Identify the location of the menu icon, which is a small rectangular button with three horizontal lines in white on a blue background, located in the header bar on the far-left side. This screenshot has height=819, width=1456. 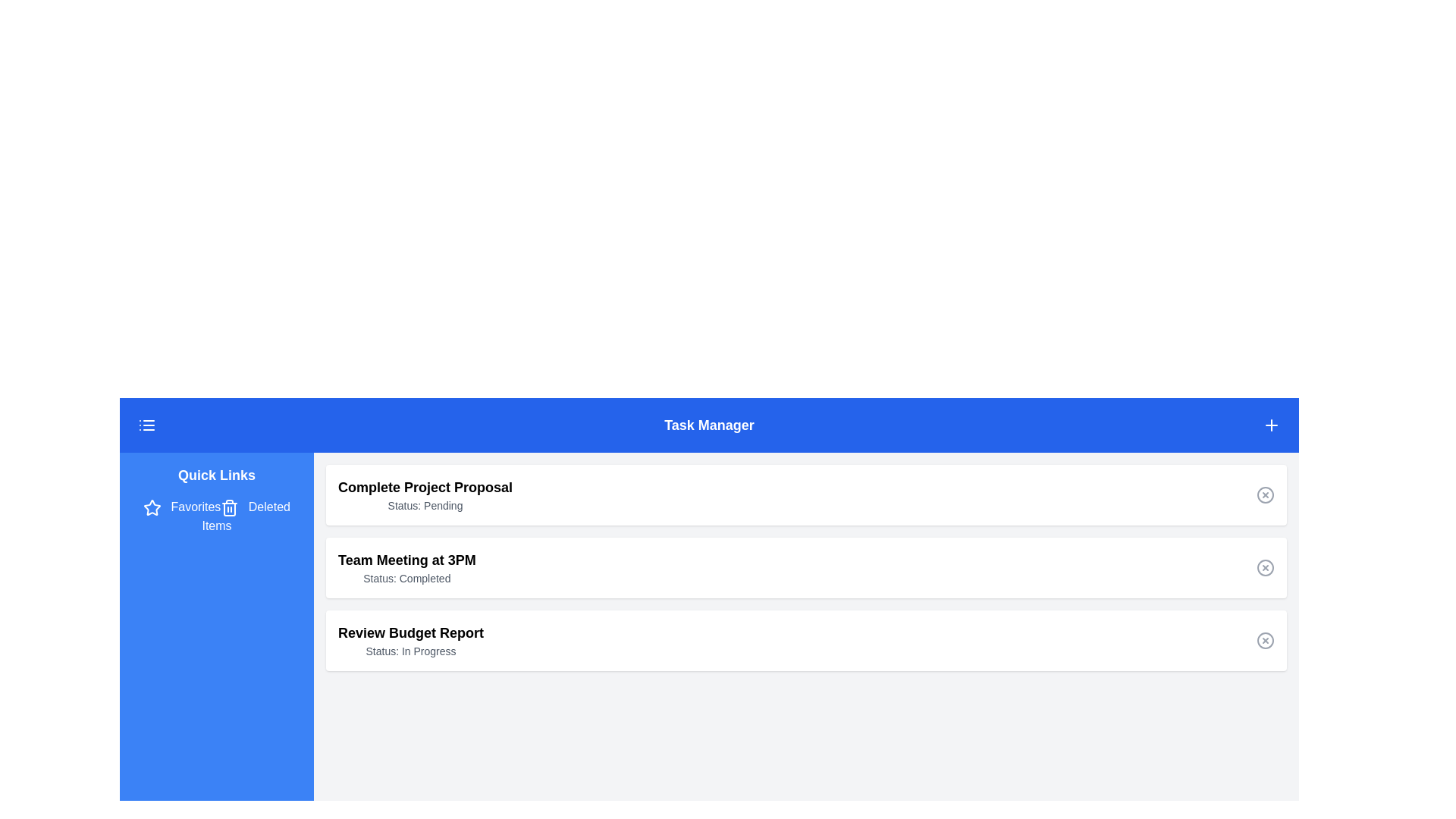
(146, 425).